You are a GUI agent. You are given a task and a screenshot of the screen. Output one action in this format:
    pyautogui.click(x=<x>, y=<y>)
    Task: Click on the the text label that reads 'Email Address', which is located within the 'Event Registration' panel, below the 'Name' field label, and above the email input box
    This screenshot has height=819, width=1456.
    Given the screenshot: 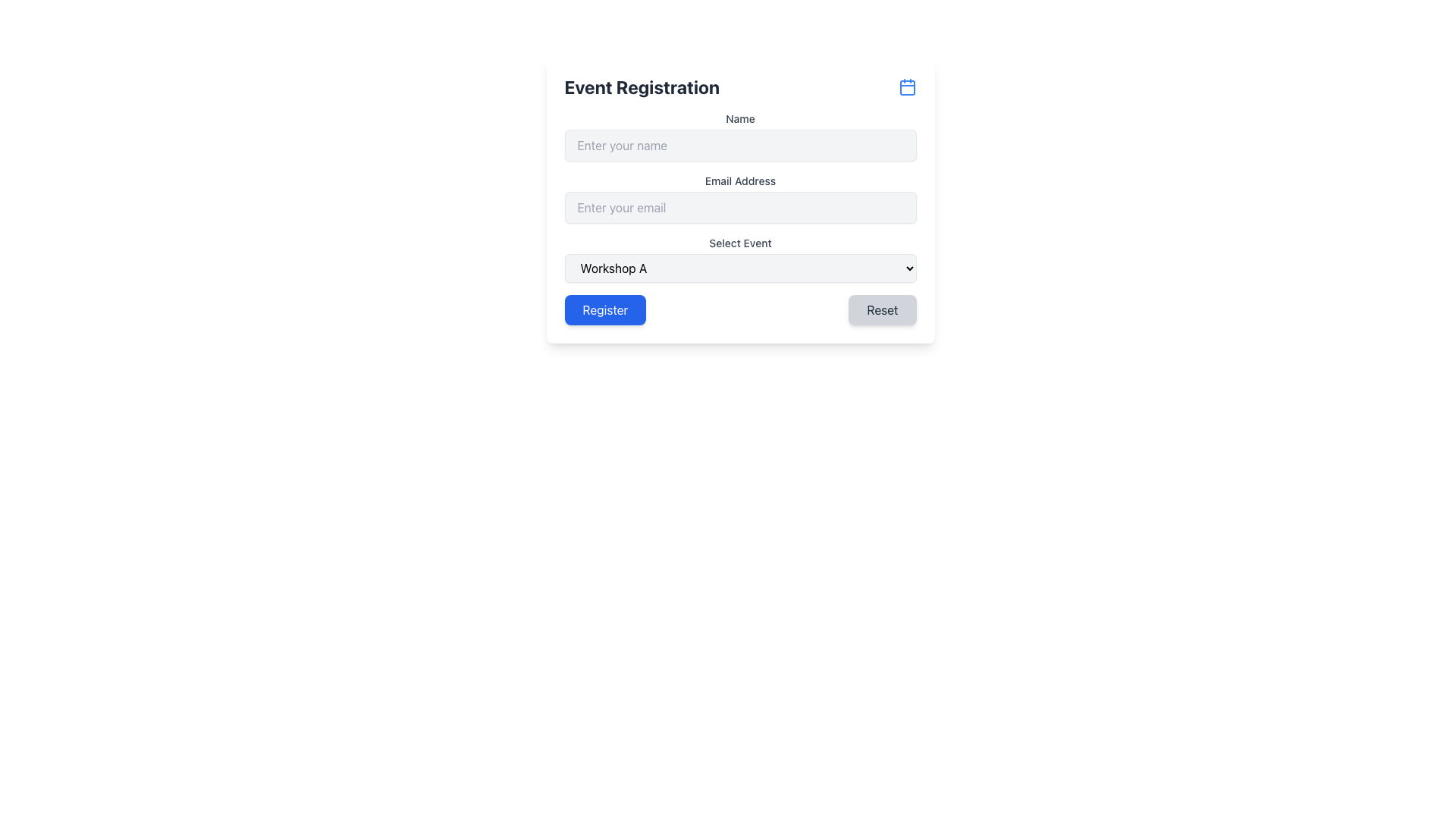 What is the action you would take?
    pyautogui.click(x=740, y=180)
    